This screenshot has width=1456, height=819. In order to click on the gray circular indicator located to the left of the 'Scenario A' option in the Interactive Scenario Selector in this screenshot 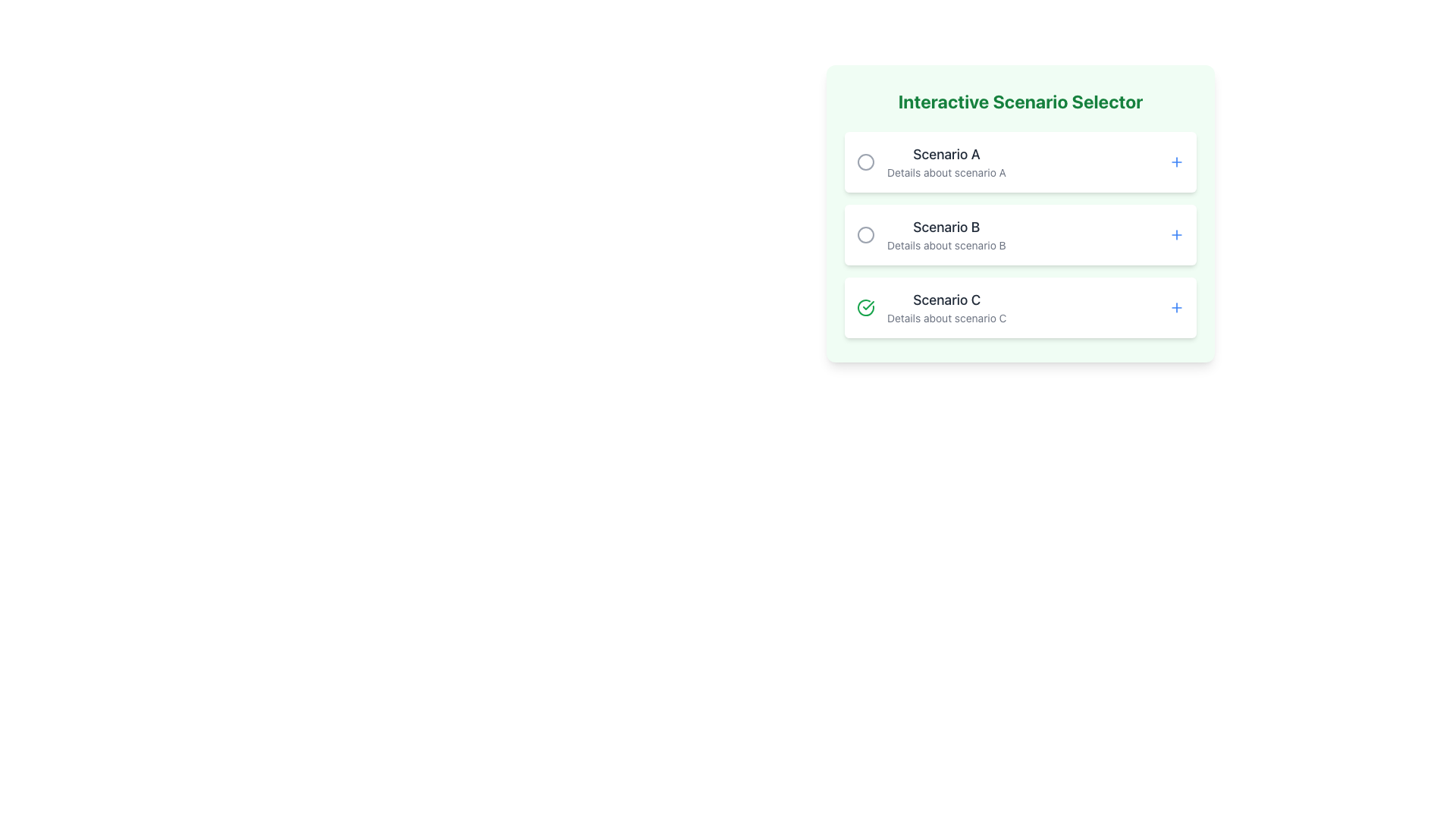, I will do `click(866, 162)`.